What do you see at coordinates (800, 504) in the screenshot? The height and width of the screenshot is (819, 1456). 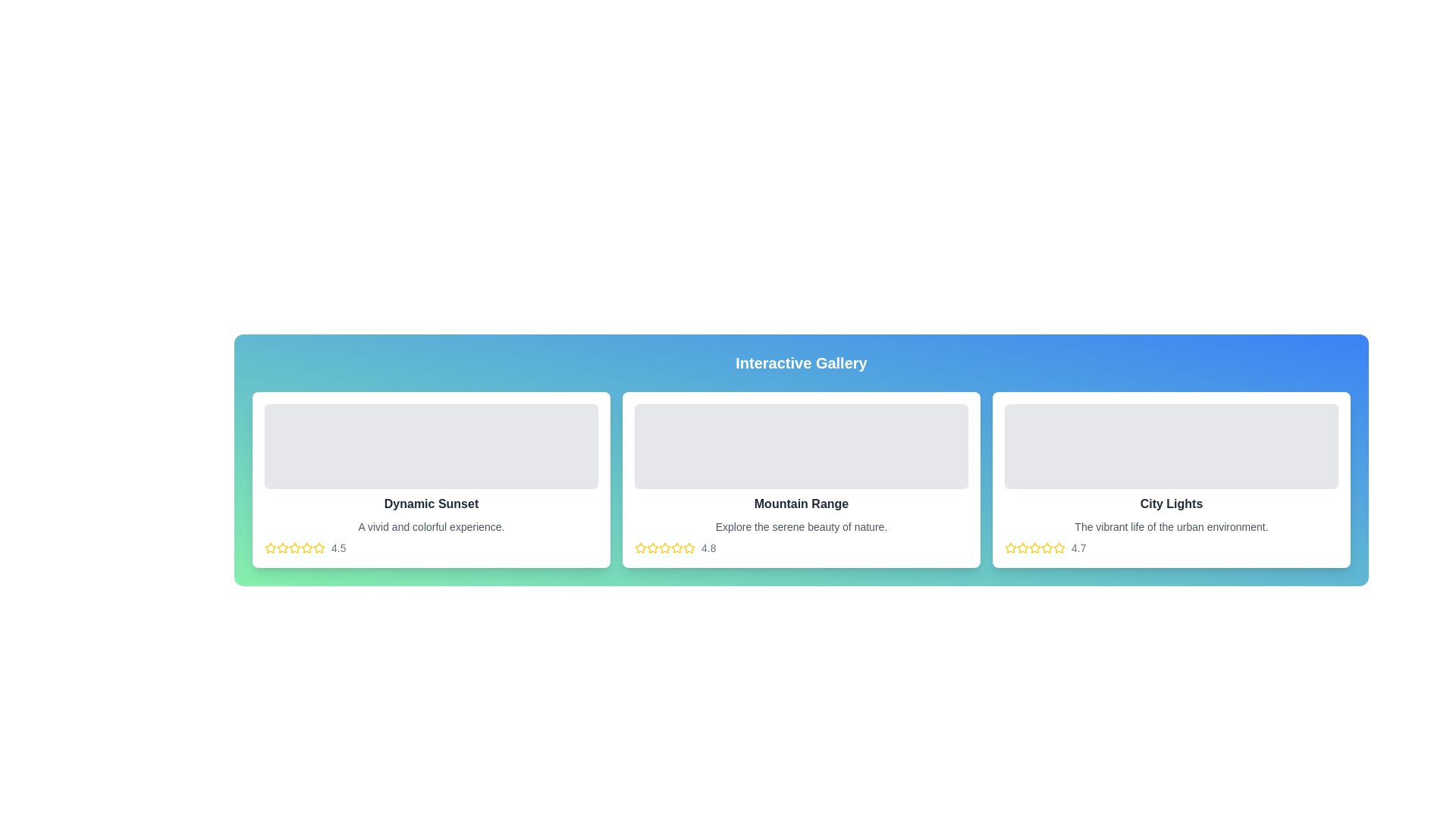 I see `text label displaying 'Mountain Range' which is styled in bold dark gray font and located within a white card beneath a gray rectangle placeholder` at bounding box center [800, 504].